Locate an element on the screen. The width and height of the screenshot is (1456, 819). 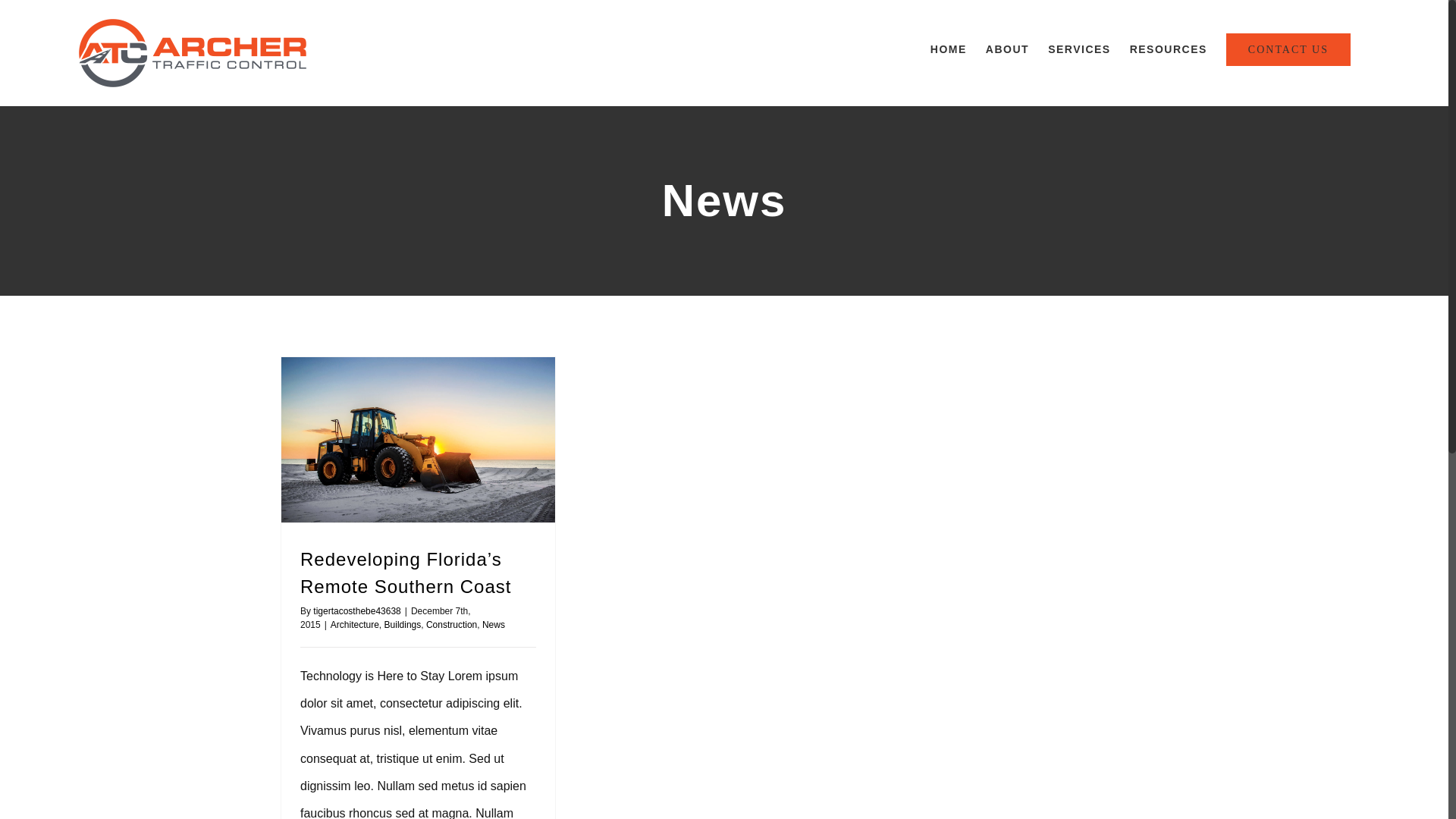
'SERVICES' is located at coordinates (1078, 49).